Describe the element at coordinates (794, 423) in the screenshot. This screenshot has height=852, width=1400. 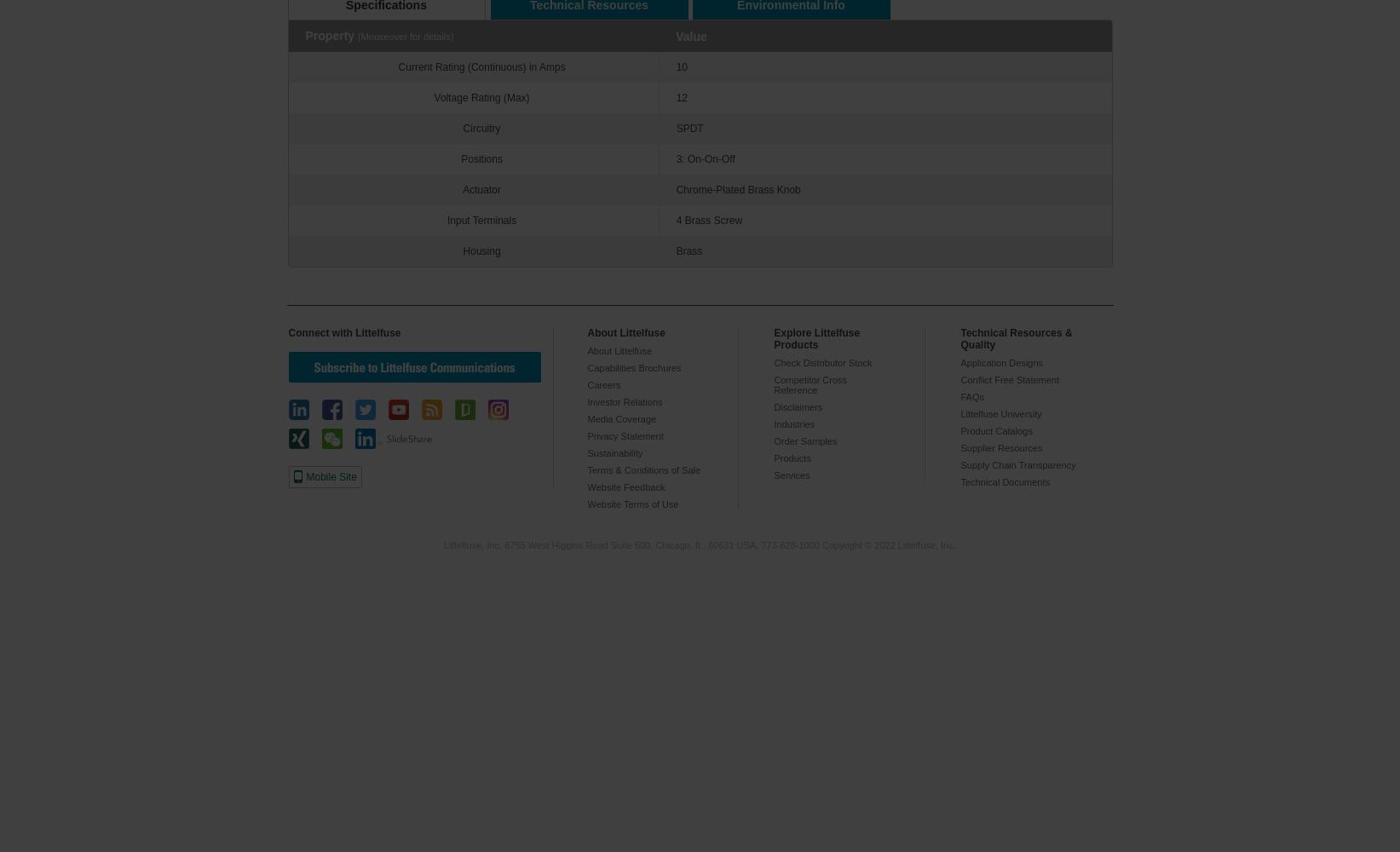
I see `'Industries'` at that location.